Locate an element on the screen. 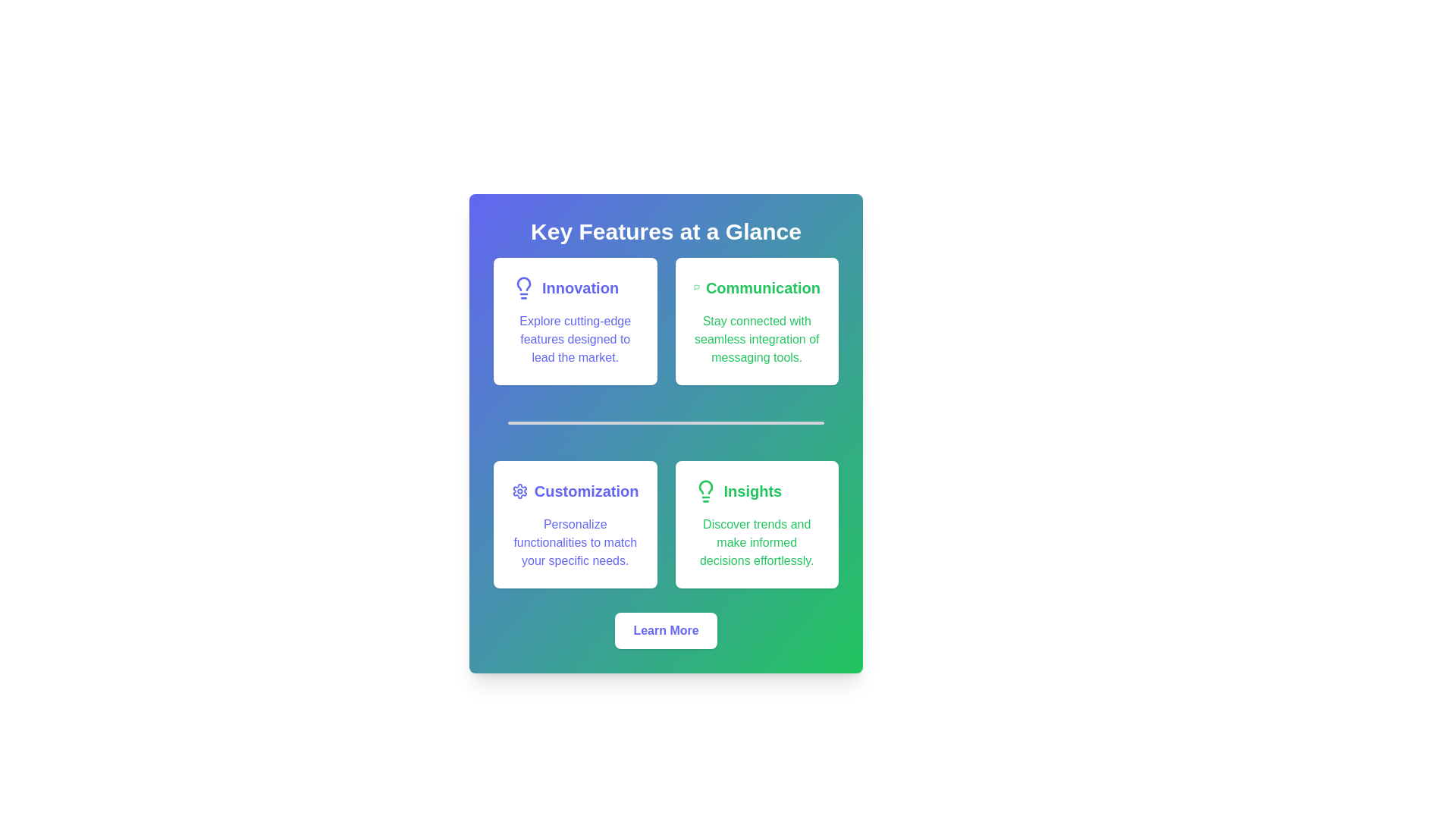  the Text (Heading) element that displays the word 'Communication', styled in large, bold green font, located in the top-right section of the interface, adjacent to an icon and above descriptive text is located at coordinates (763, 288).